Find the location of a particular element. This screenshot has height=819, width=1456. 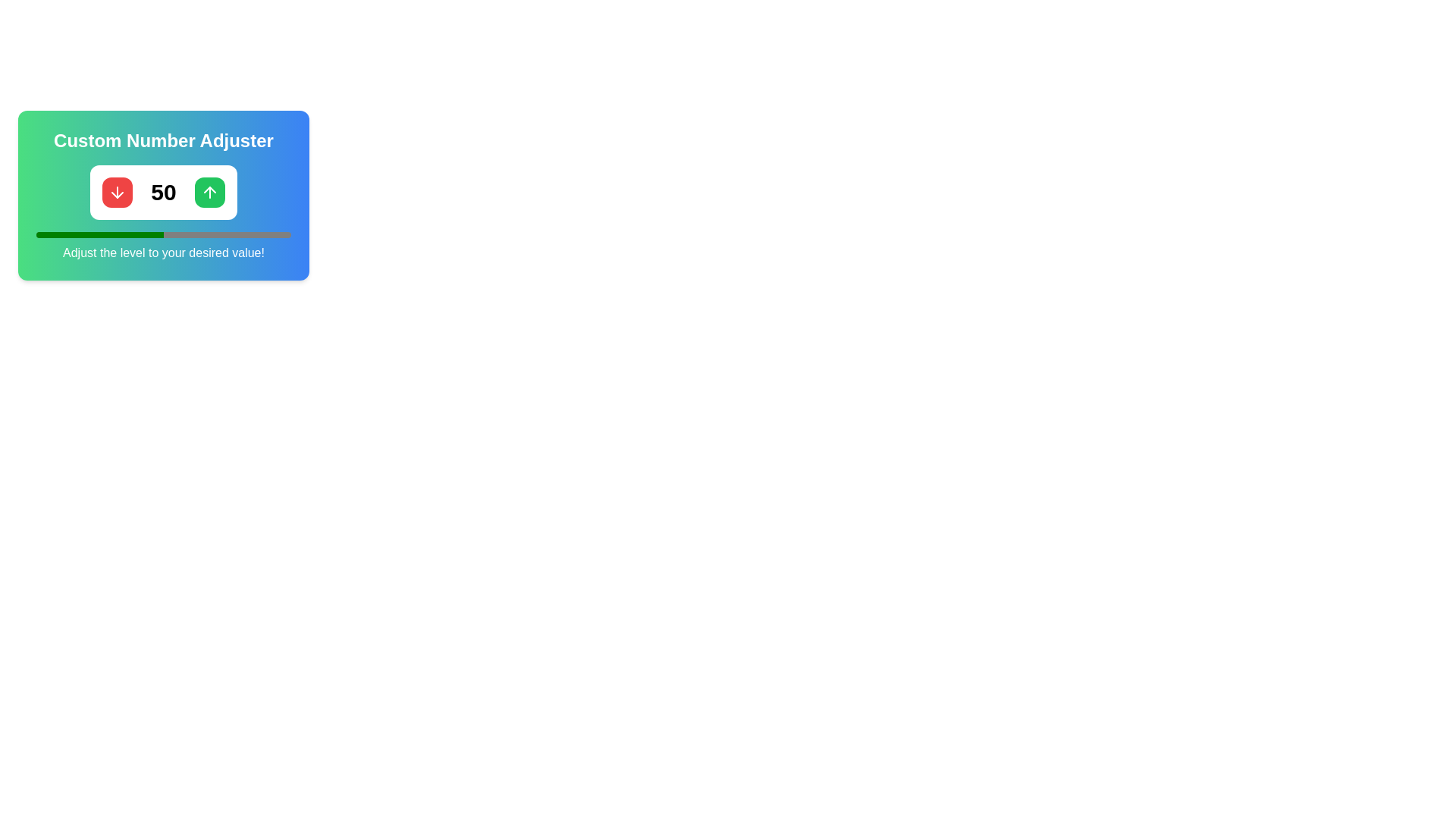

the numeric text display showing the value '50', which is centrally aligned between two buttons within a white, rounded background card is located at coordinates (164, 192).